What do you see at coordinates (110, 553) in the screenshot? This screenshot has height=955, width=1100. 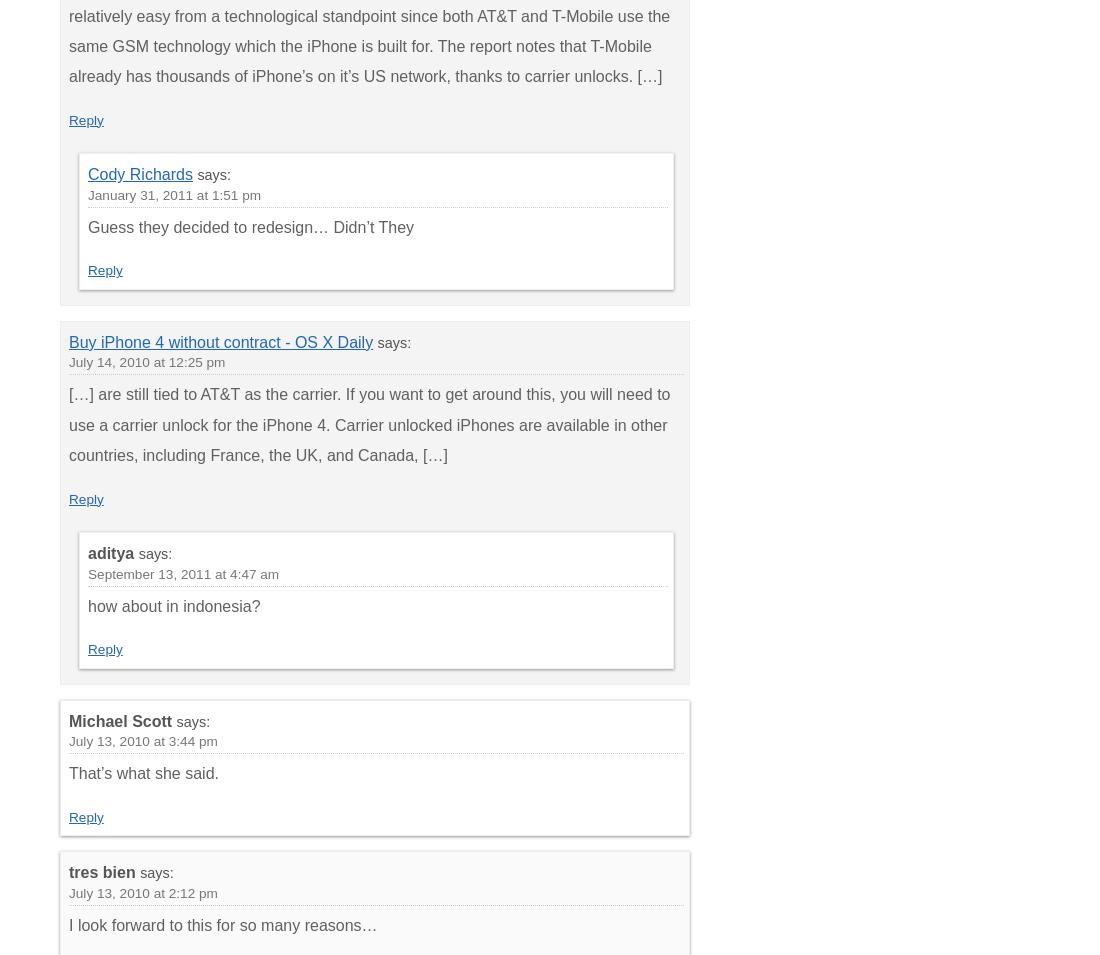 I see `'aditya'` at bounding box center [110, 553].